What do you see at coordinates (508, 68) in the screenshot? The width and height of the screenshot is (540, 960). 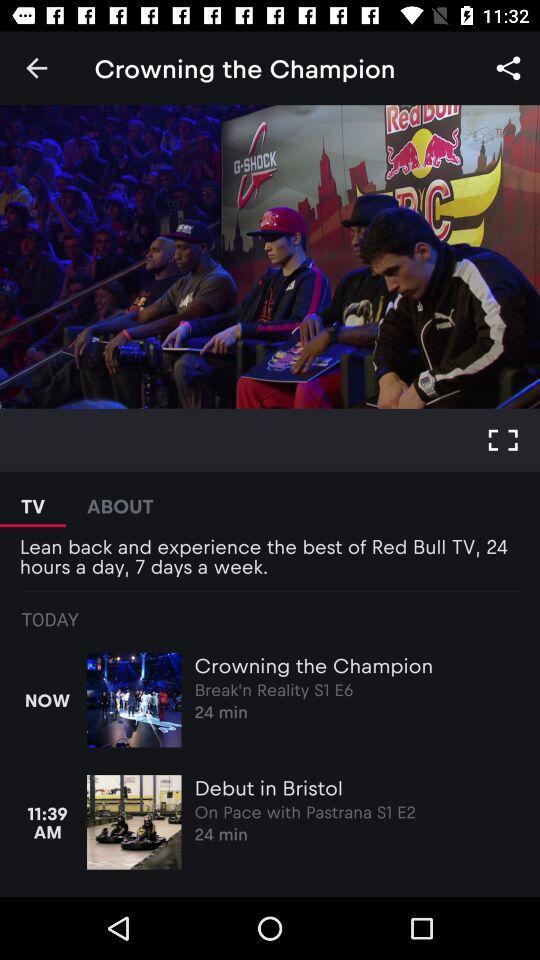 I see `the button which is to the immediate right of crowning the champion in the header` at bounding box center [508, 68].